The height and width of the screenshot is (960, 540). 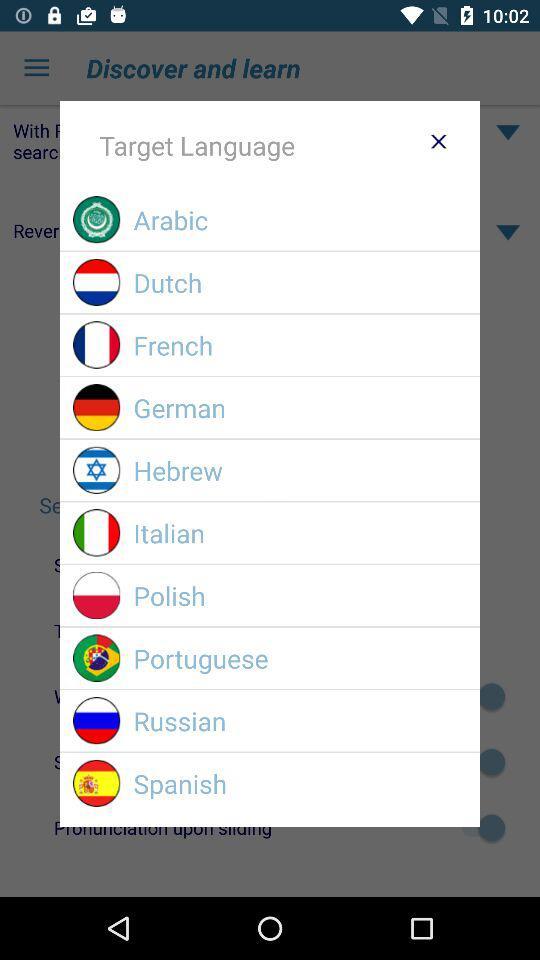 What do you see at coordinates (299, 219) in the screenshot?
I see `the icon below the target language icon` at bounding box center [299, 219].